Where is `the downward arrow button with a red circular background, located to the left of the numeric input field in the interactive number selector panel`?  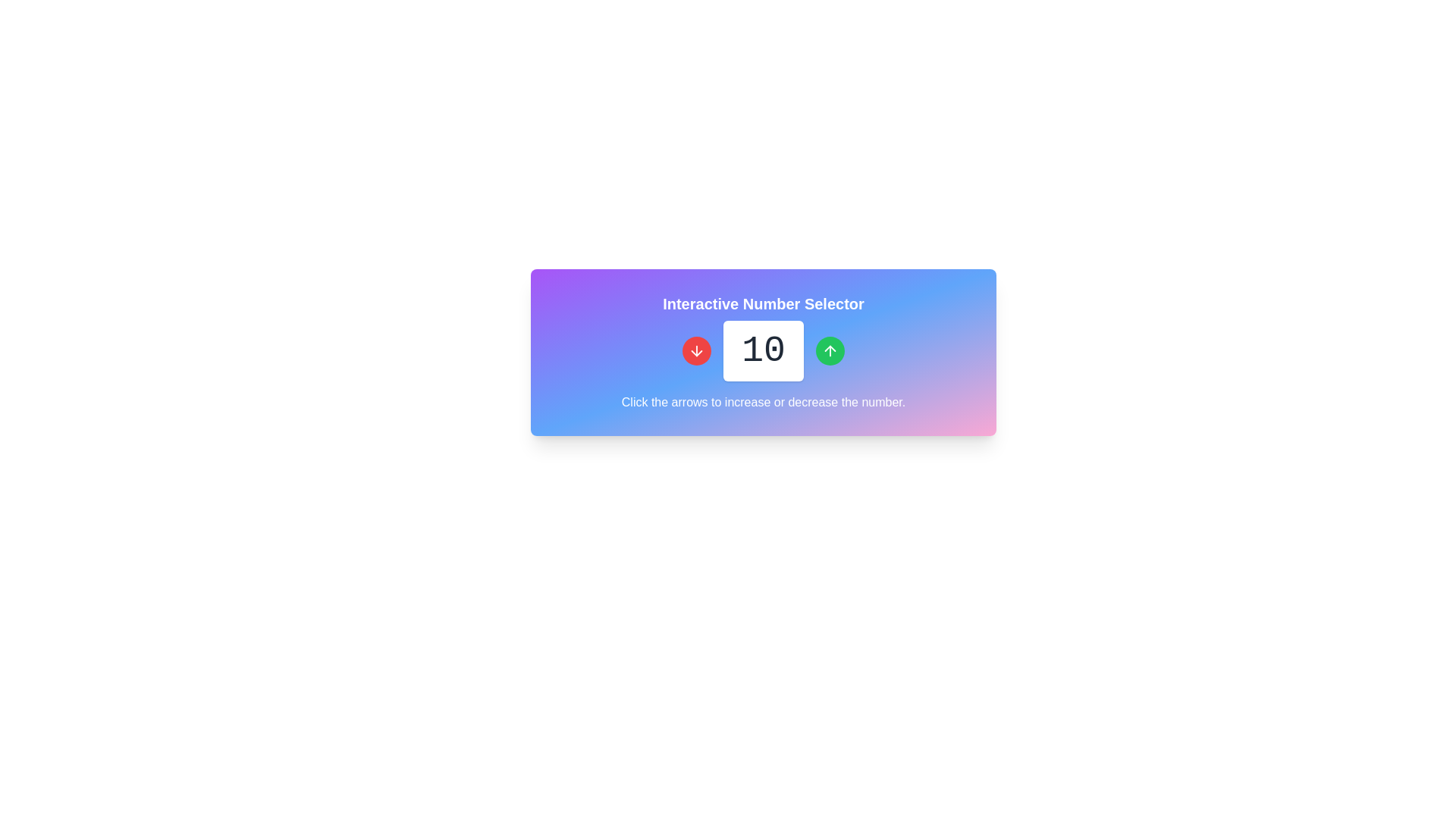 the downward arrow button with a red circular background, located to the left of the numeric input field in the interactive number selector panel is located at coordinates (696, 350).